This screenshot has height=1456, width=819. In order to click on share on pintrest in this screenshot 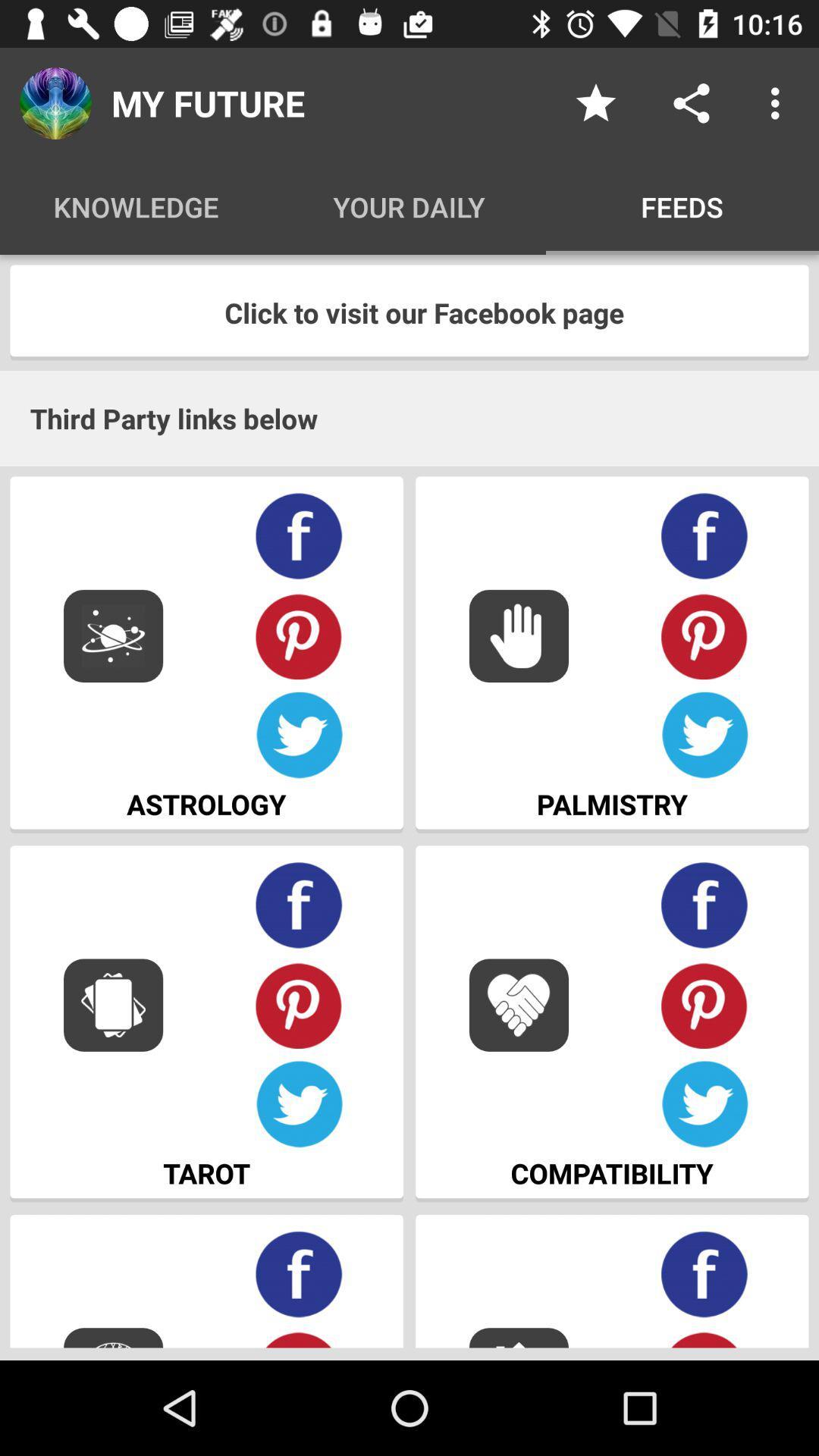, I will do `click(704, 1338)`.